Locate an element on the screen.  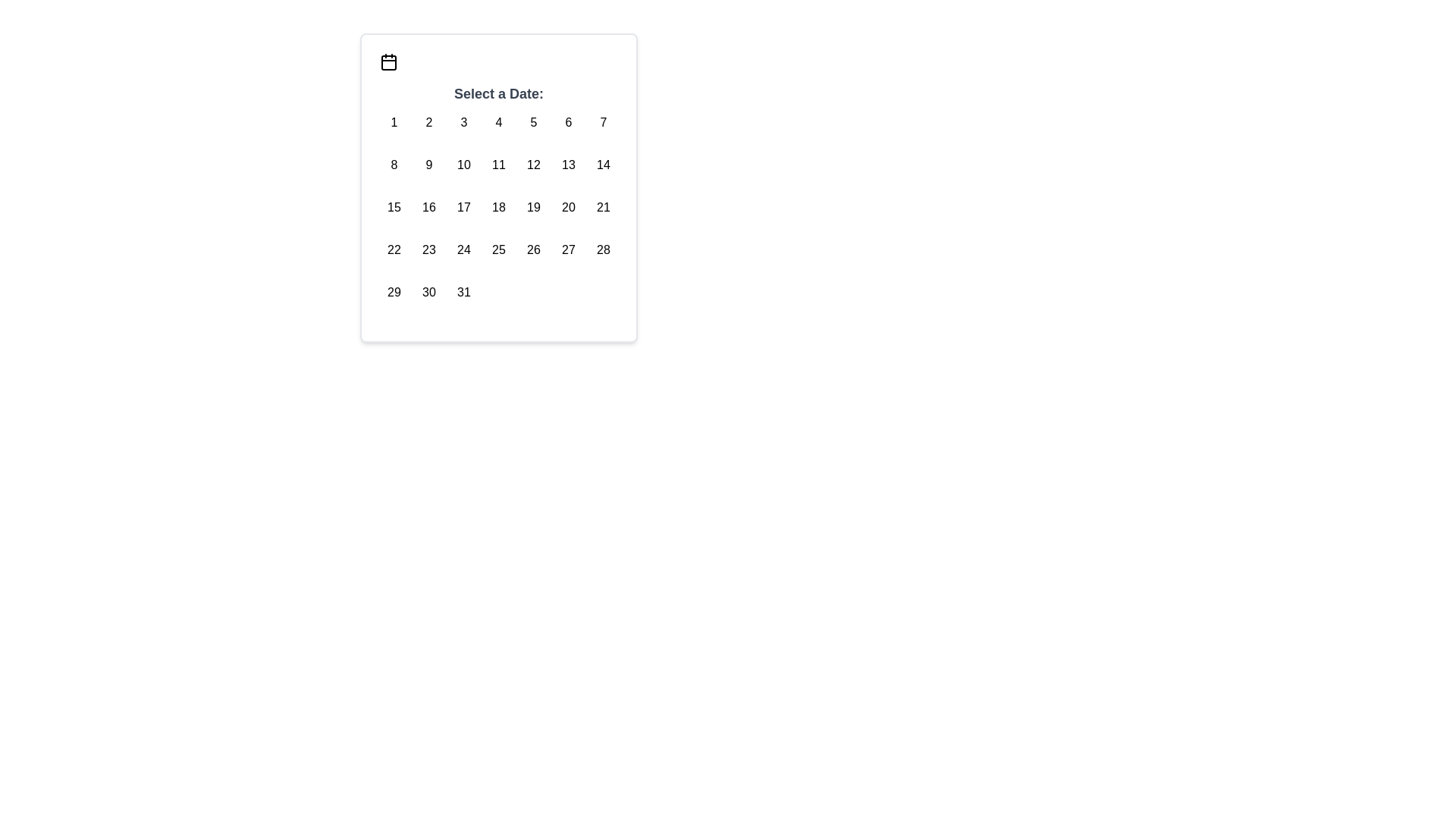
the circular button containing the number '13' is located at coordinates (567, 165).